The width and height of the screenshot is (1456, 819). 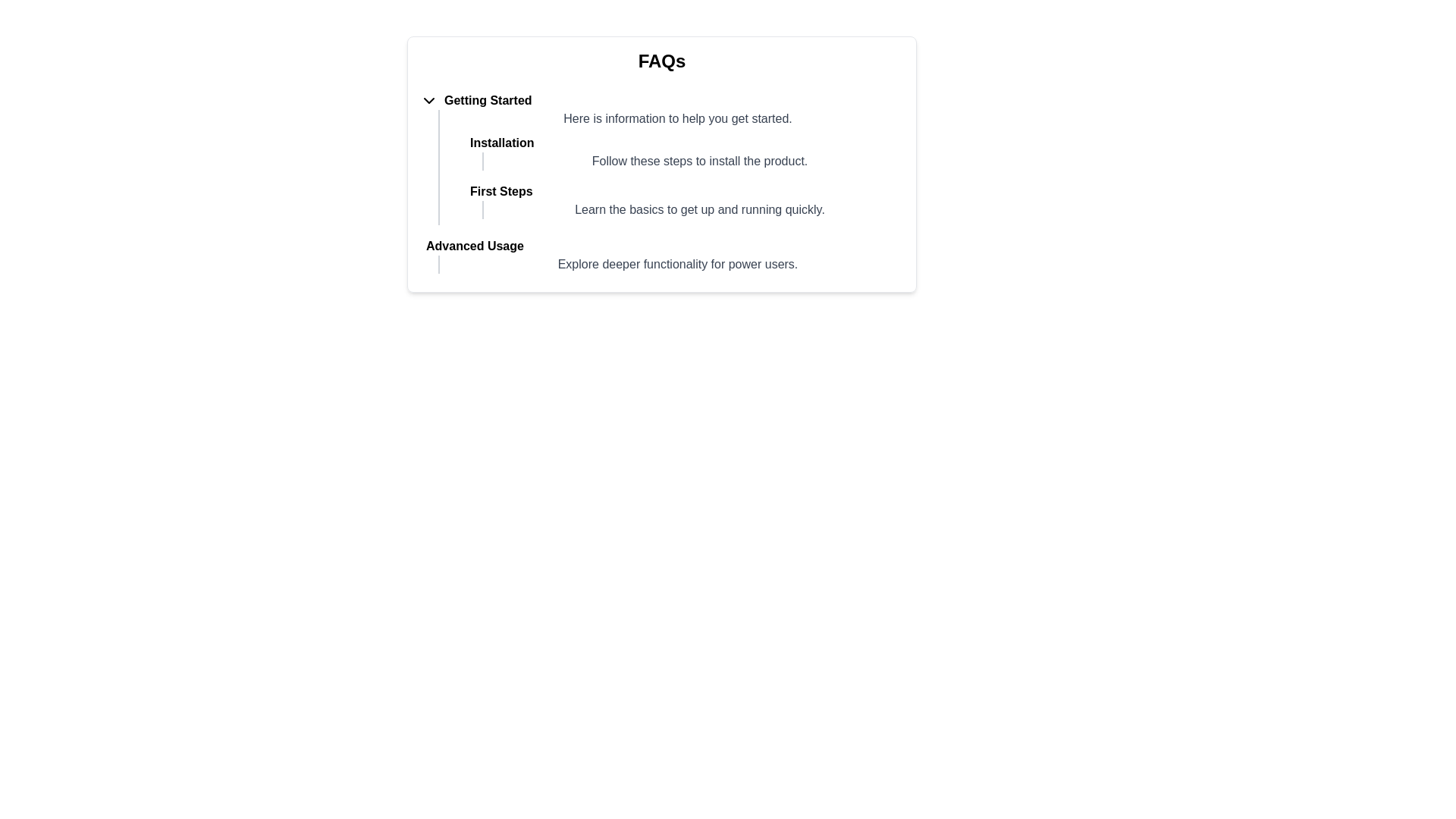 What do you see at coordinates (676, 200) in the screenshot?
I see `the Subsection Header with Description located under the 'Getting Started' section, positioned below the 'Installation' subsection` at bounding box center [676, 200].